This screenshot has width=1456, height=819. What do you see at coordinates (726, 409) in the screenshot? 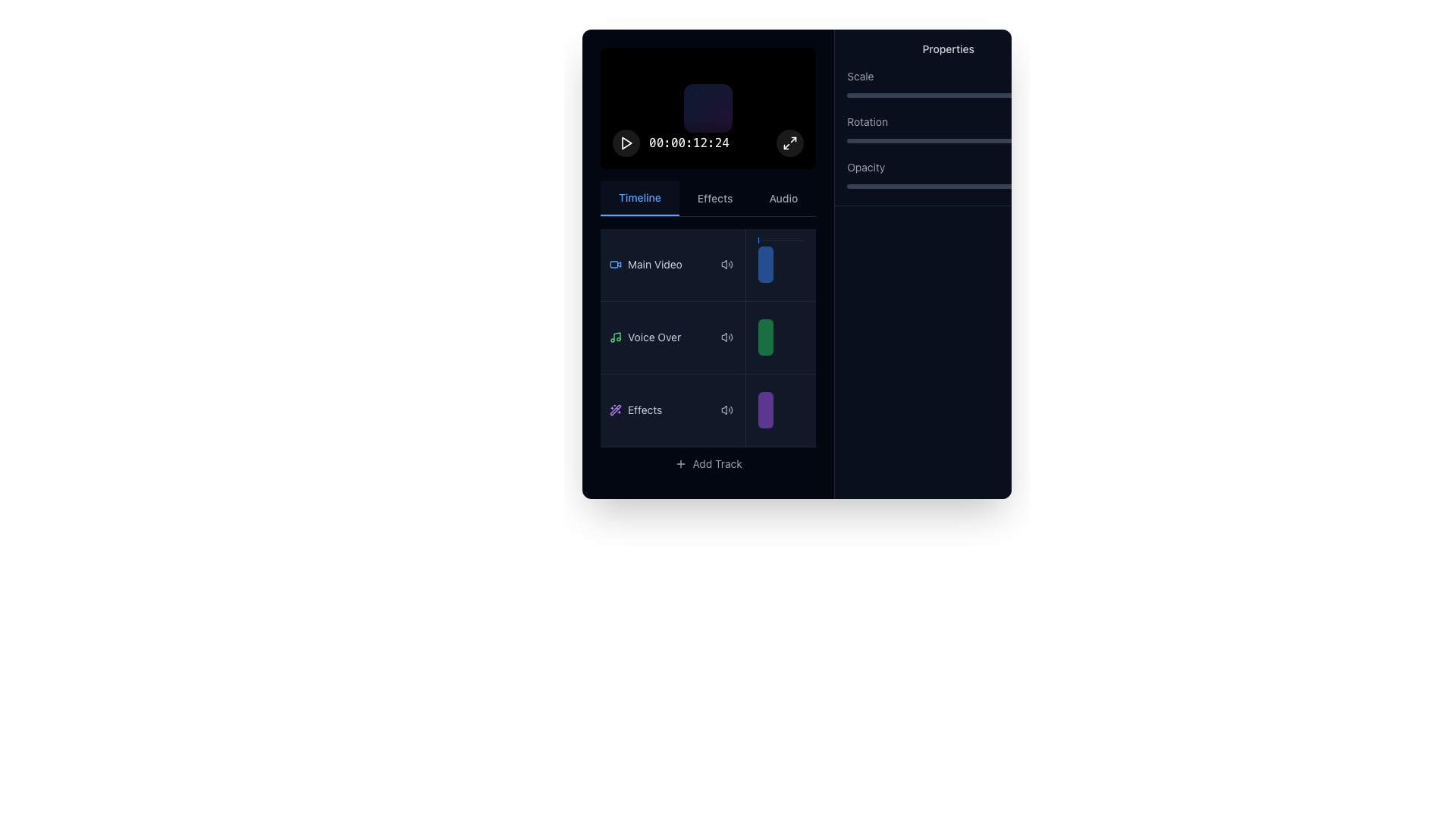
I see `the sound adjustment icon, which is a loudspeaker with sound waves, located under the 'Effects' row` at bounding box center [726, 409].